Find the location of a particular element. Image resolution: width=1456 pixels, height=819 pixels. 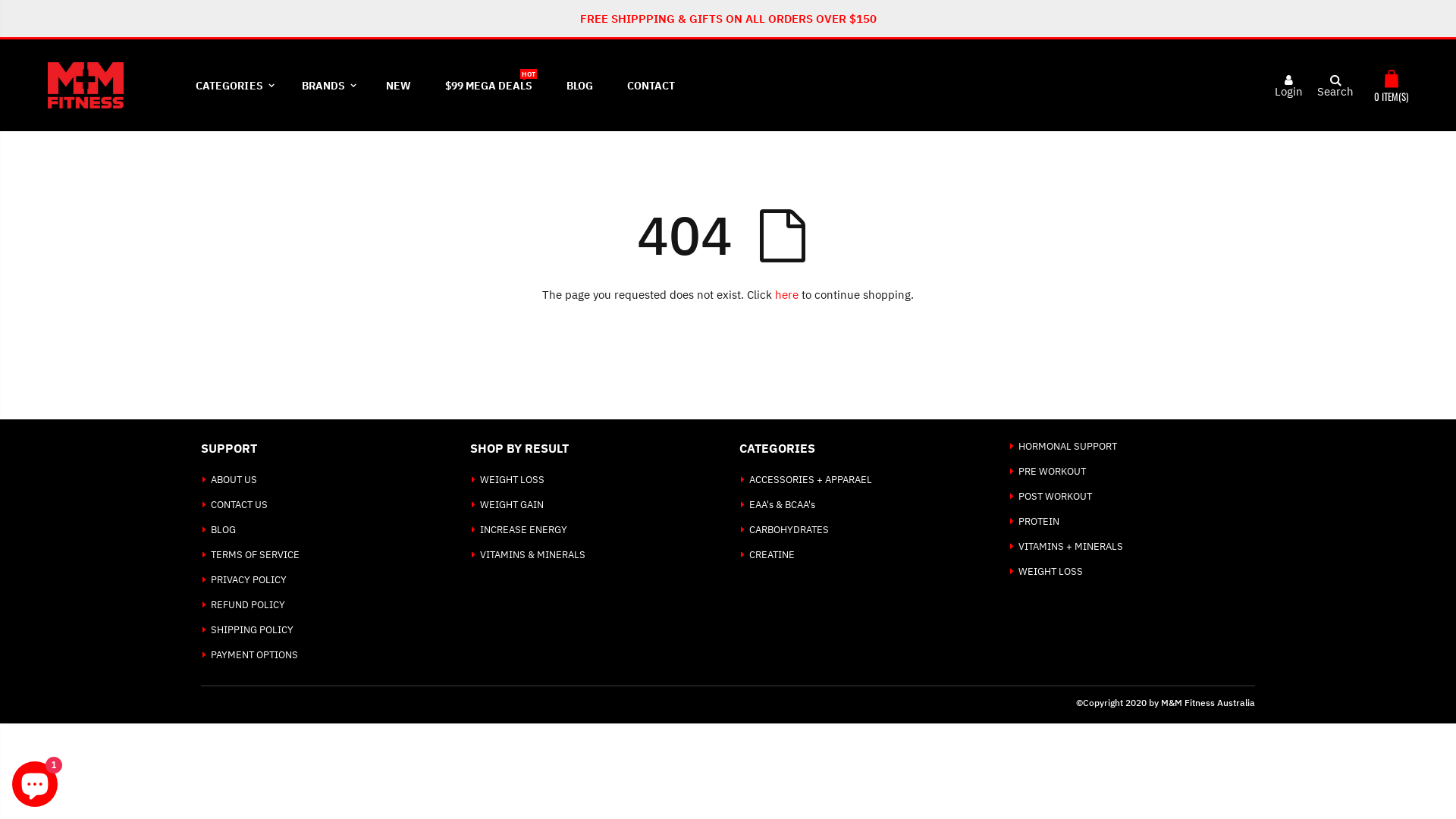

'CATEGORIES' is located at coordinates (231, 84).